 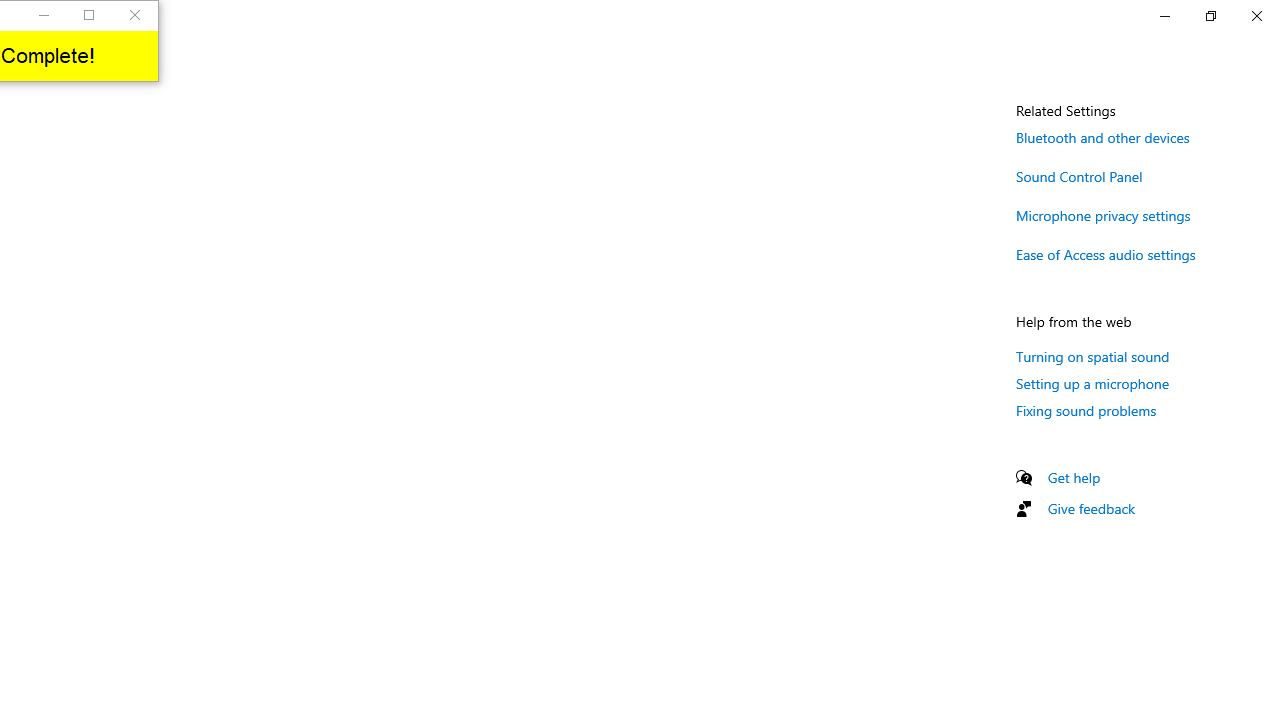 I want to click on 'Fixing sound problems', so click(x=1085, y=409).